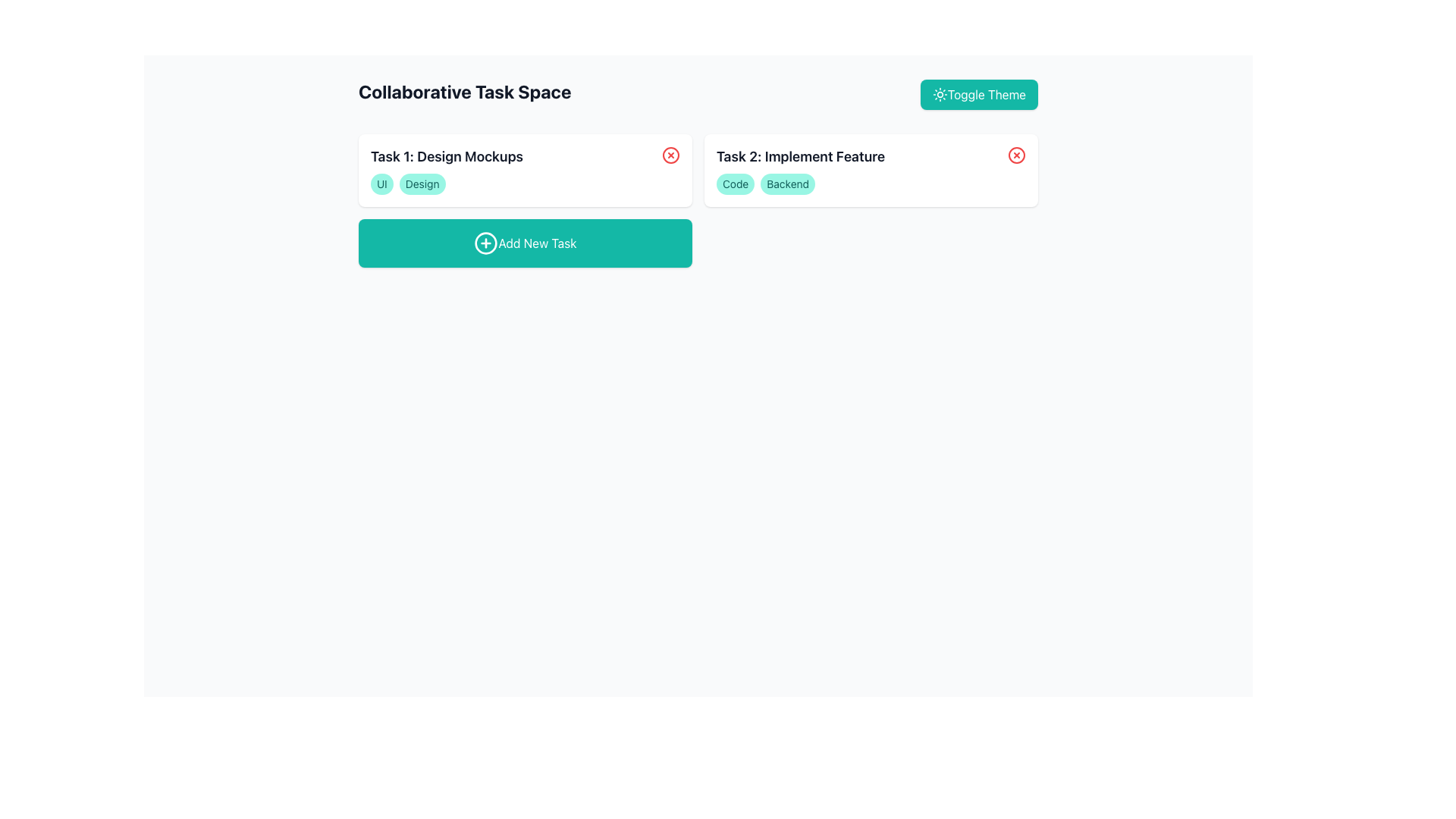  Describe the element at coordinates (788, 184) in the screenshot. I see `the second label in the 'Task 2: Implement Feature' section, which is positioned to the right of the 'Code' label` at that location.